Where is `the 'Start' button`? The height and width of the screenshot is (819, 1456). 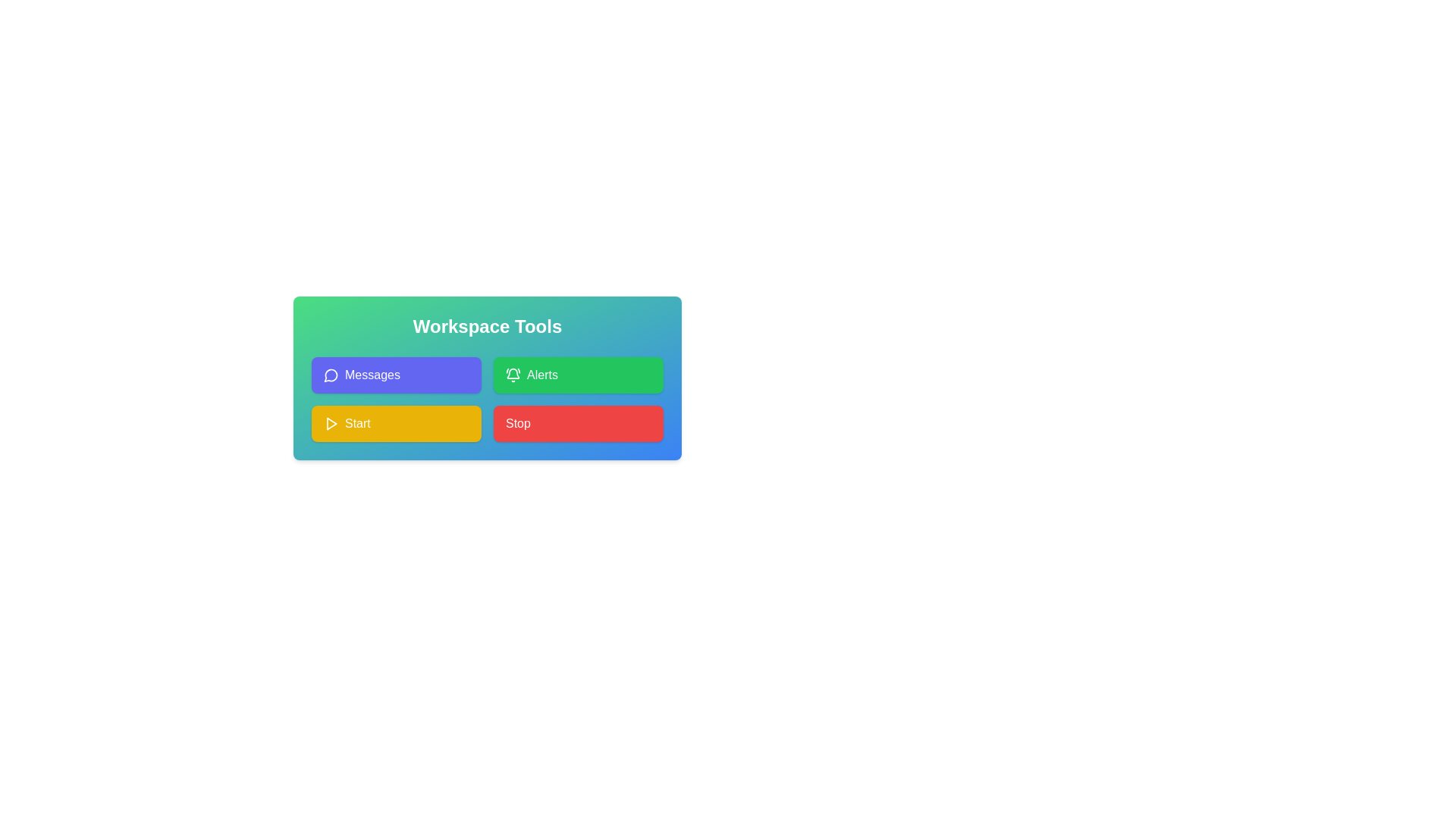
the 'Start' button is located at coordinates (397, 424).